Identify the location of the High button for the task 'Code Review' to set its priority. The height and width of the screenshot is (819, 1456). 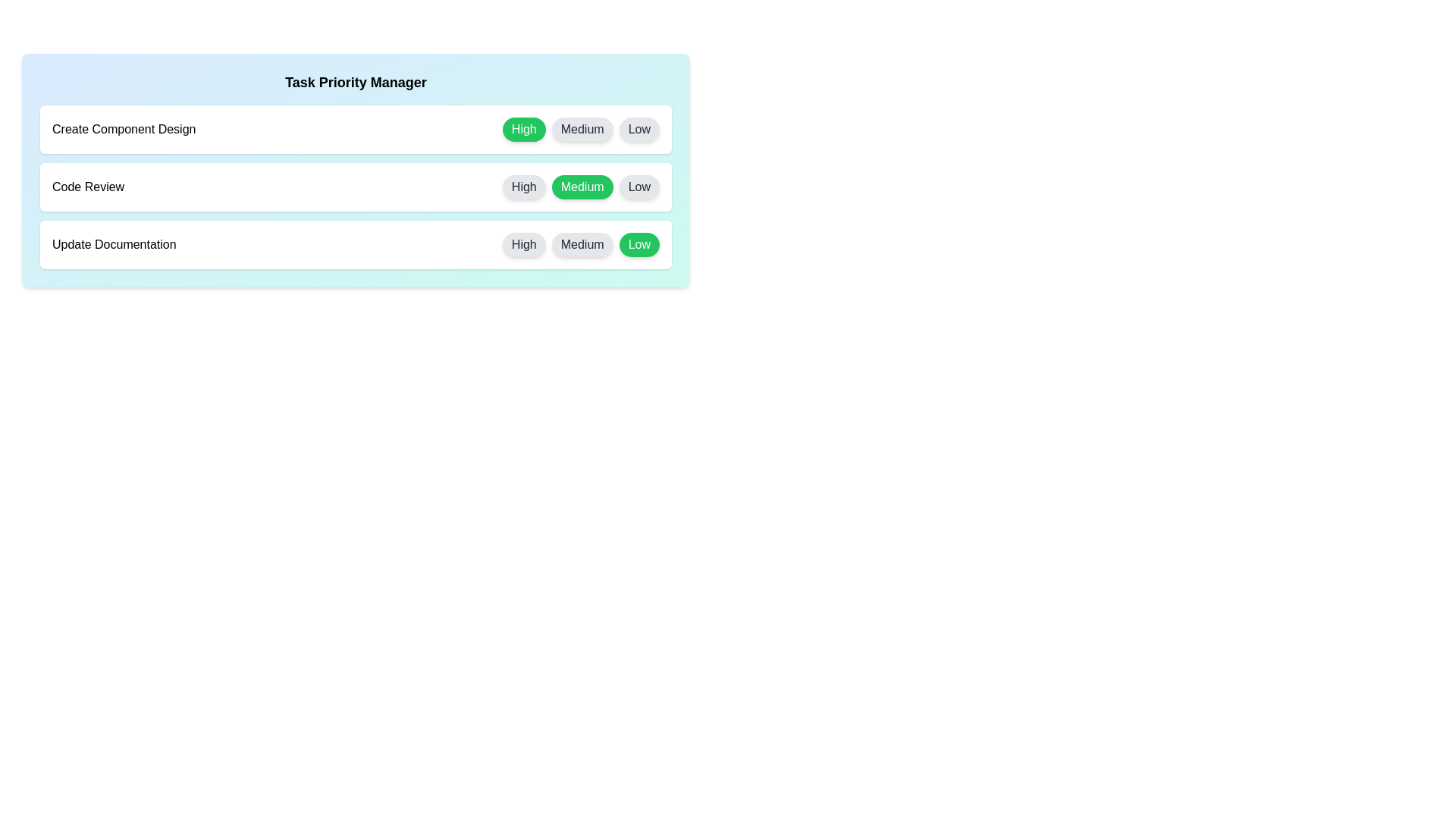
(524, 186).